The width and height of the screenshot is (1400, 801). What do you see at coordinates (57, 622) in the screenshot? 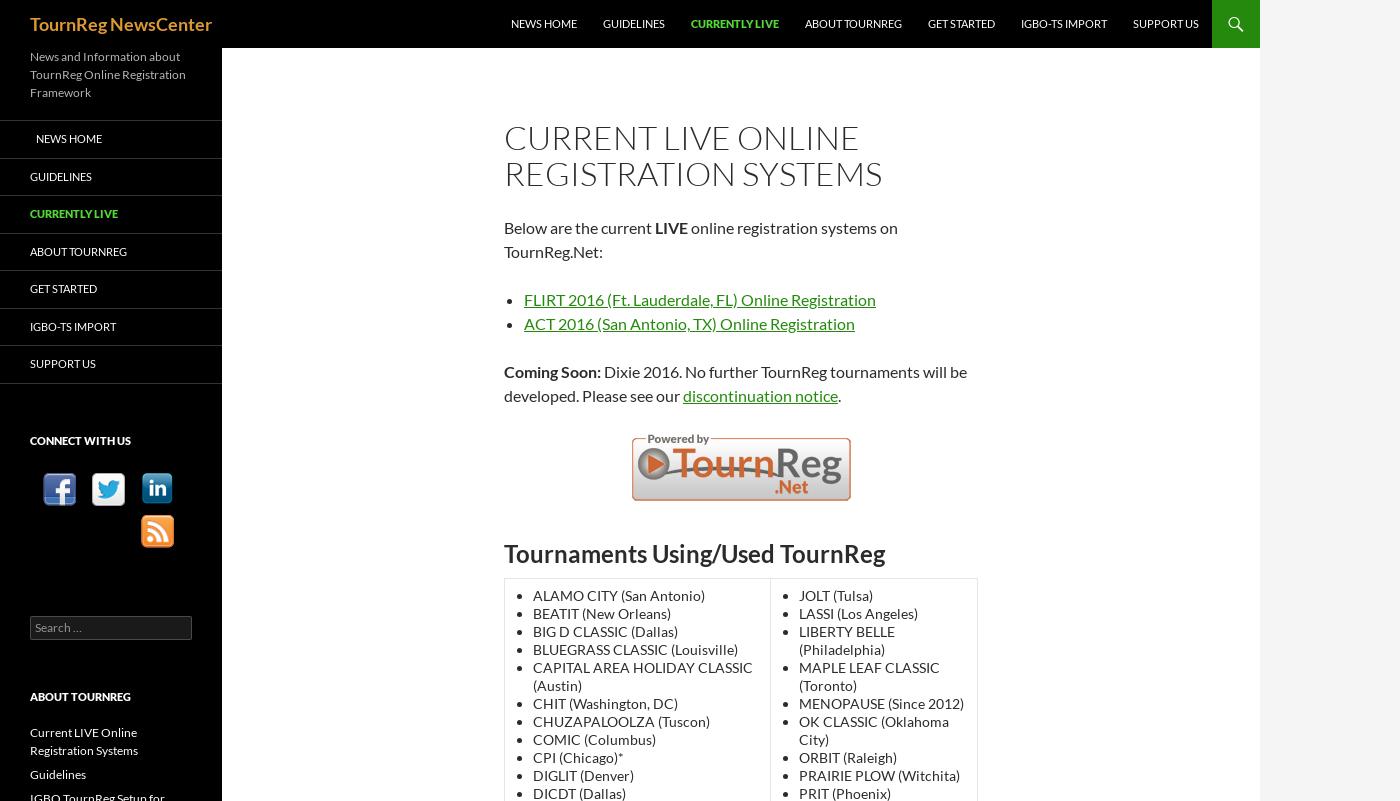
I see `'Search for:'` at bounding box center [57, 622].